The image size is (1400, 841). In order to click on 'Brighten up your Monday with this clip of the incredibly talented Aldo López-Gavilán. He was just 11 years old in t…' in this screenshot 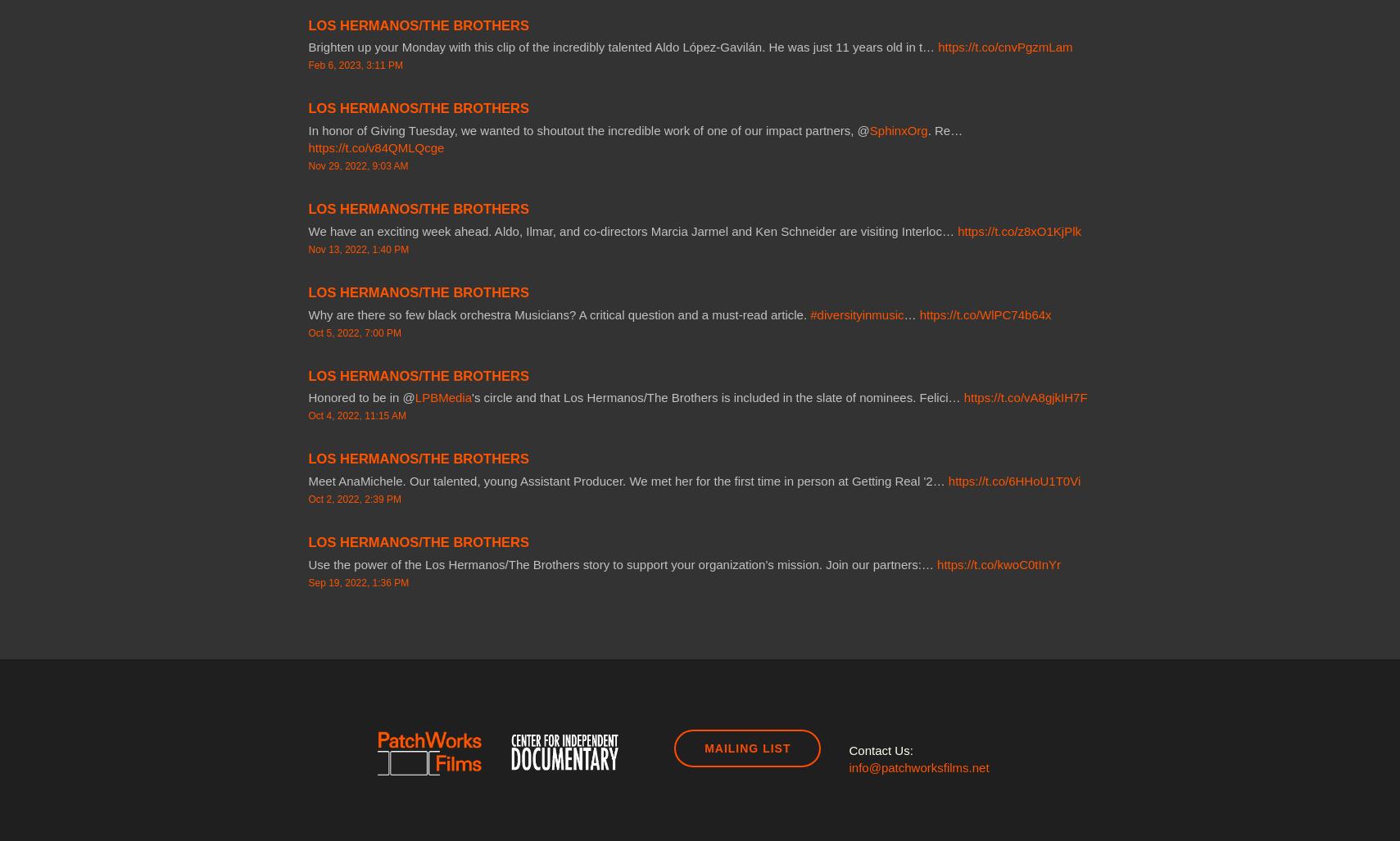, I will do `click(622, 47)`.